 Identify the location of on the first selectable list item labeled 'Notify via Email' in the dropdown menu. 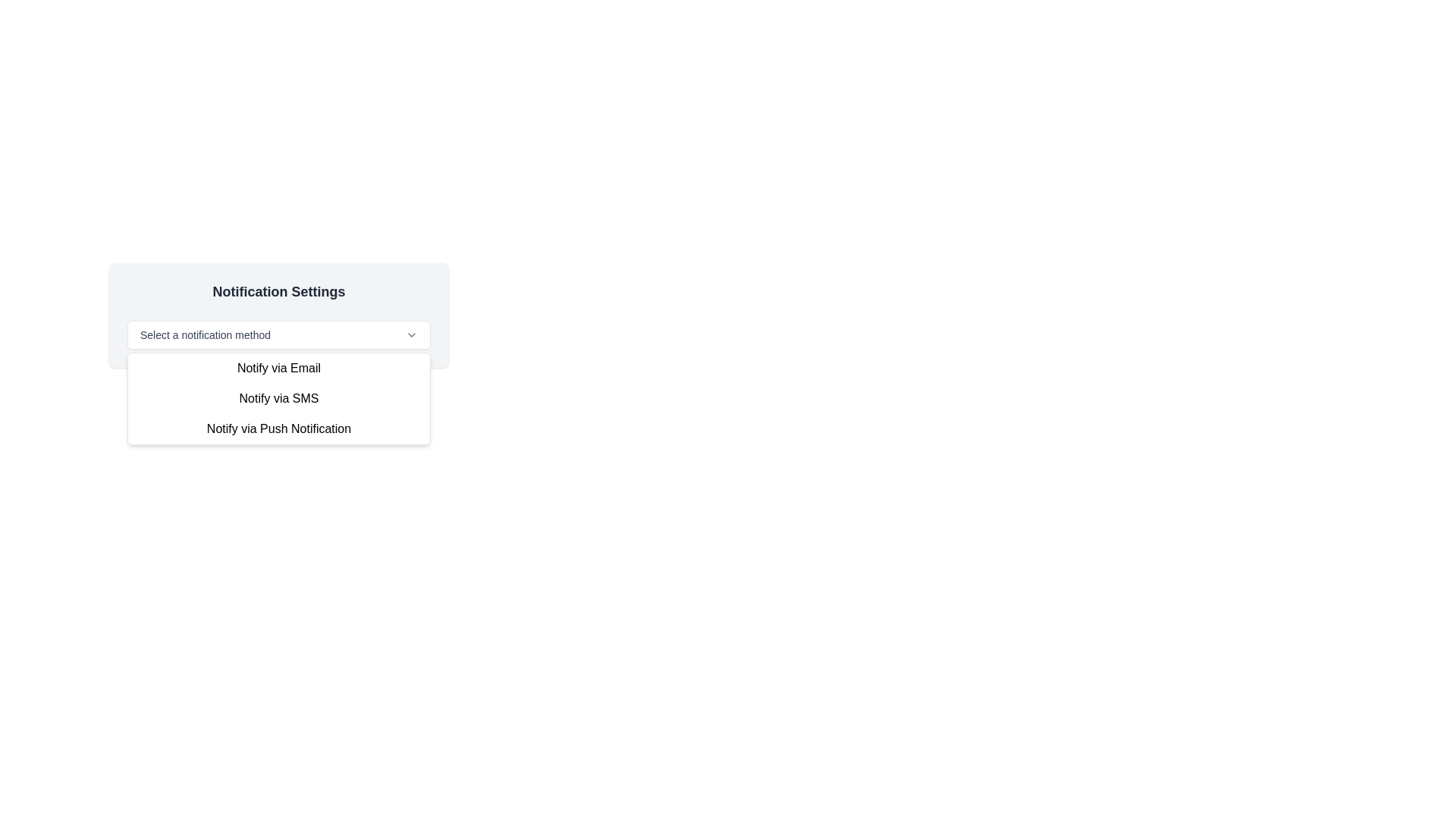
(279, 369).